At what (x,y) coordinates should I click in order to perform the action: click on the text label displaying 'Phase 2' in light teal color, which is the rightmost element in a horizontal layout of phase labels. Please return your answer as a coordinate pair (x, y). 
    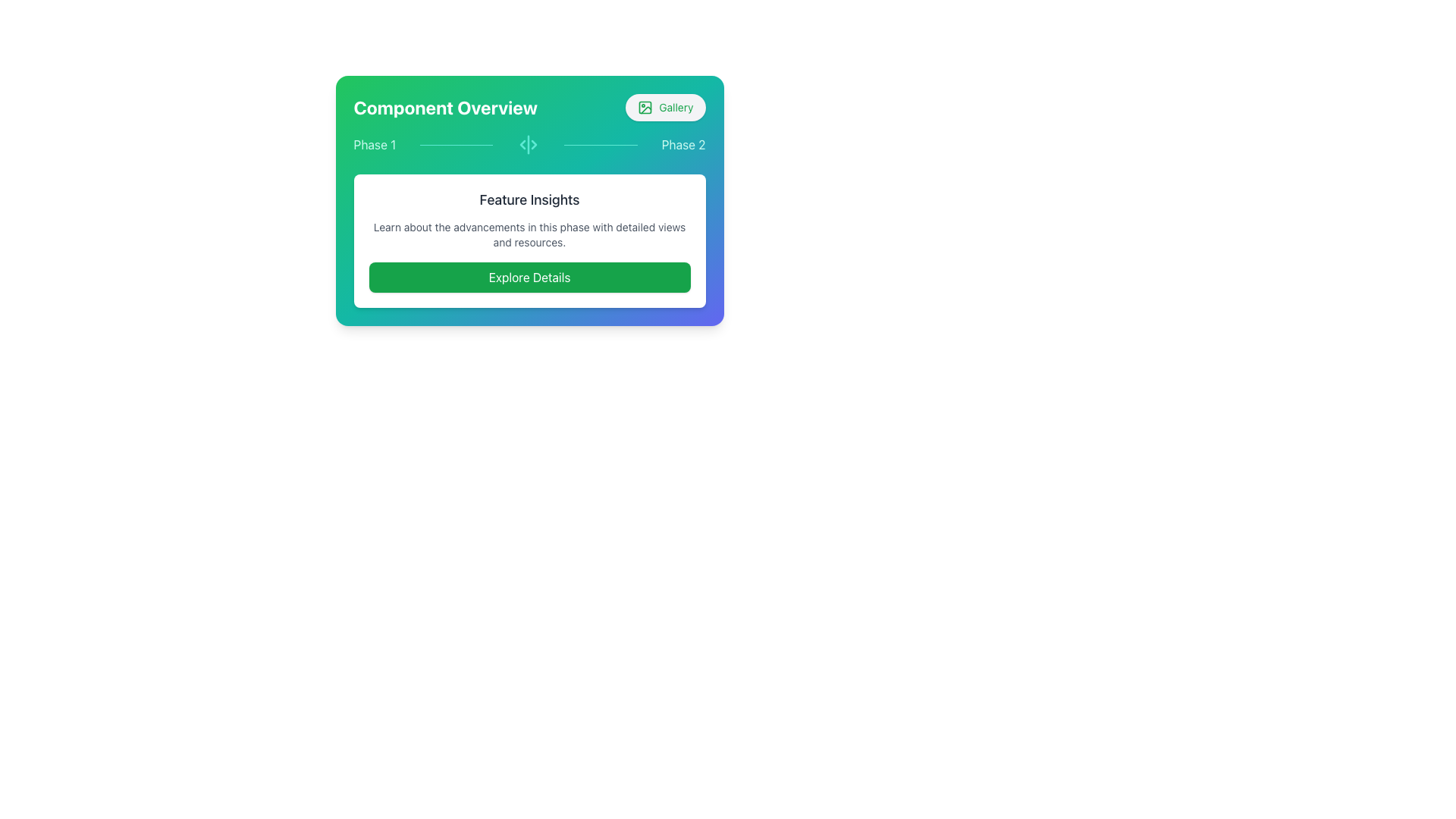
    Looking at the image, I should click on (682, 145).